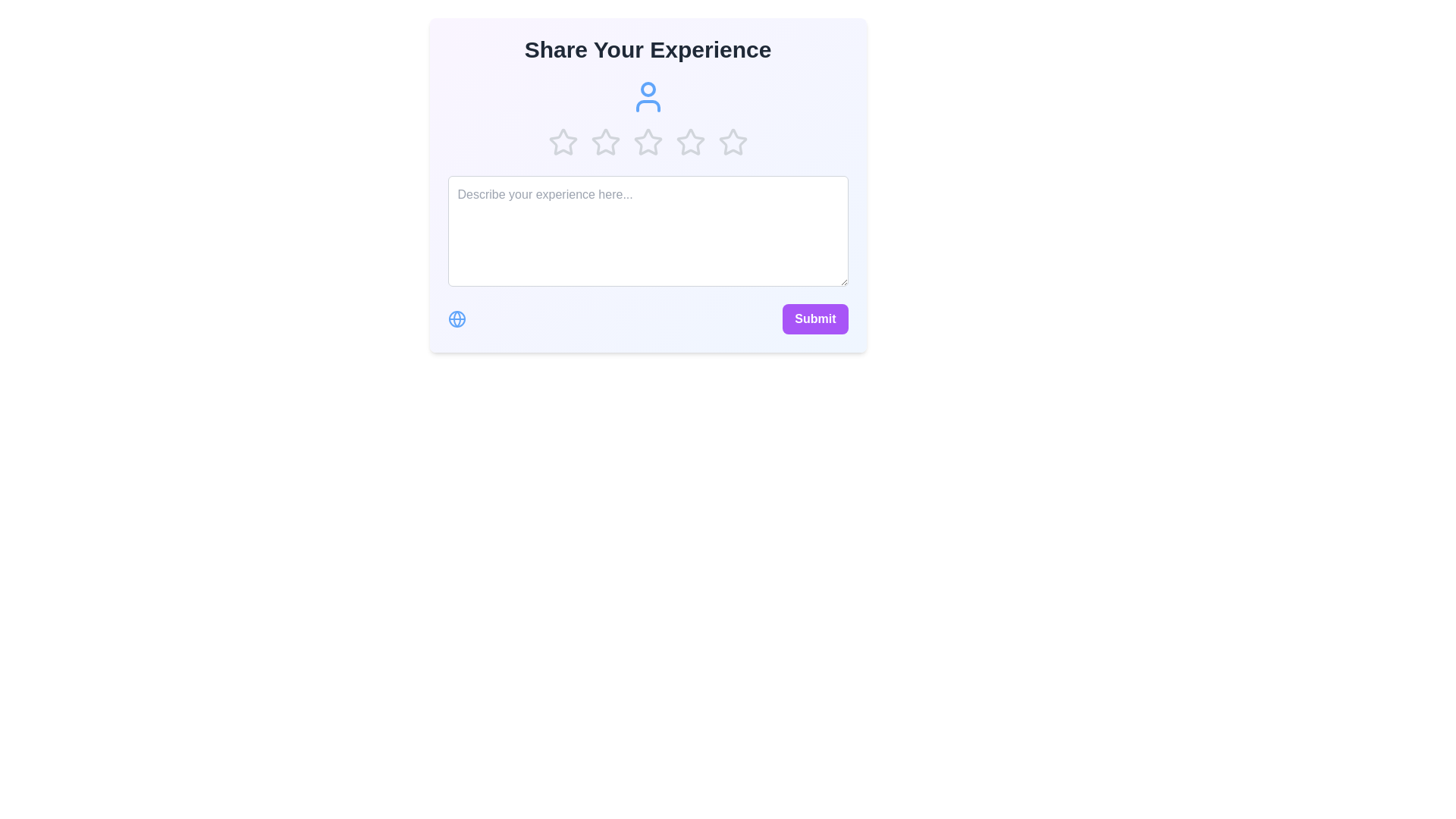  I want to click on the first star icon in the rating component to assign a rating, so click(562, 141).